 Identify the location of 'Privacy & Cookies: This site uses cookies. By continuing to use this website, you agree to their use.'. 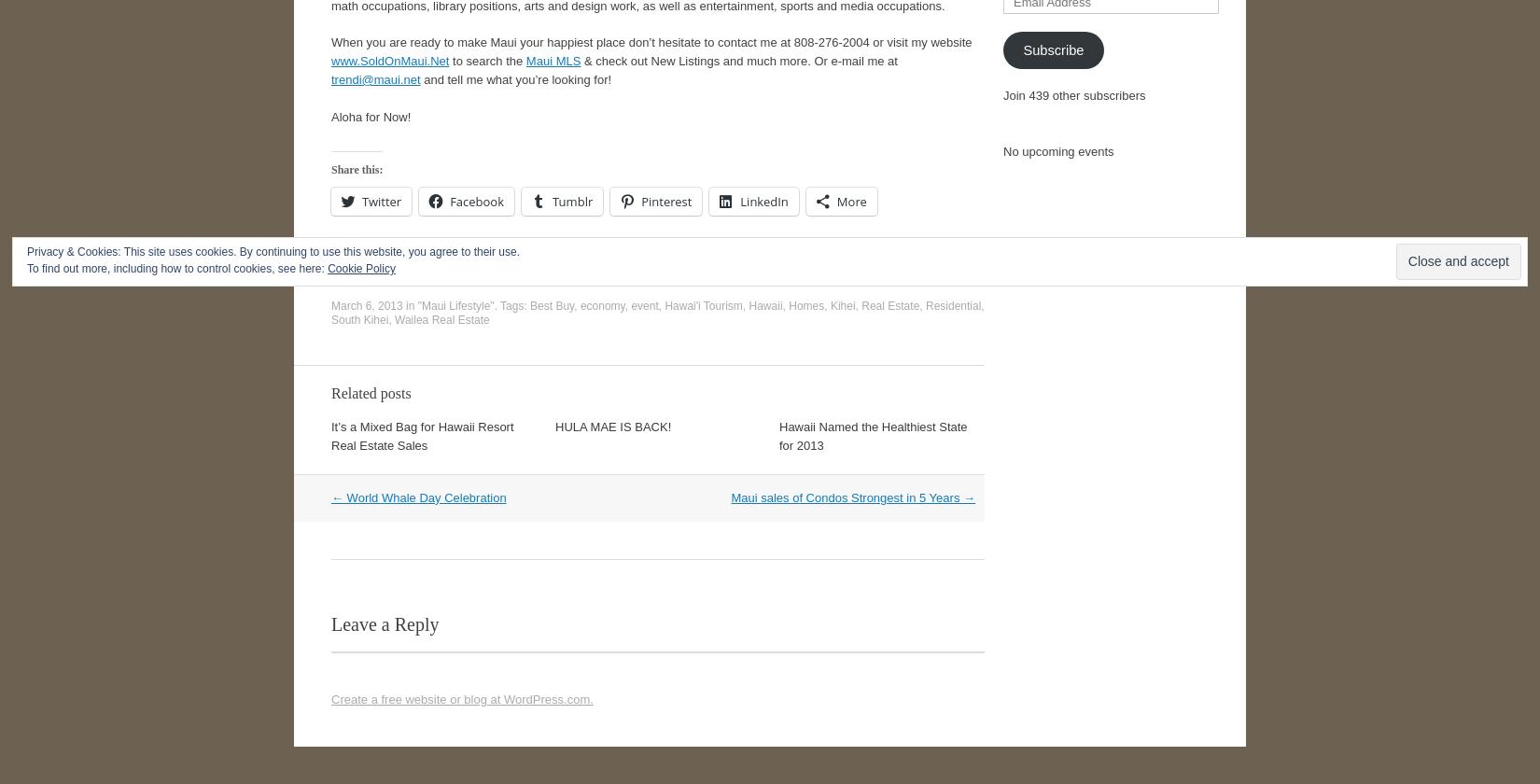
(273, 251).